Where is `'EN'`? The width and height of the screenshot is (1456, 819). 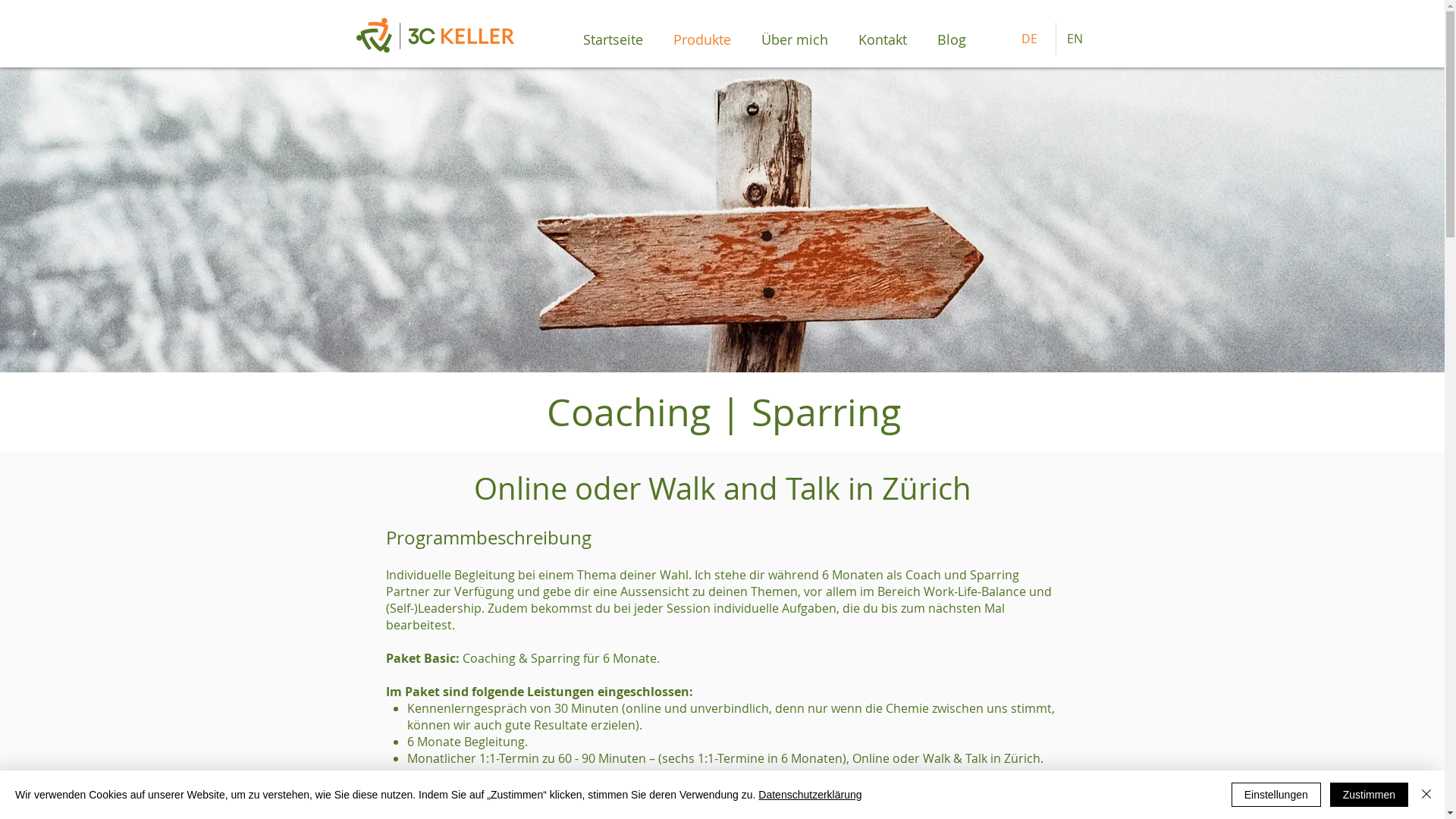
'EN' is located at coordinates (1078, 37).